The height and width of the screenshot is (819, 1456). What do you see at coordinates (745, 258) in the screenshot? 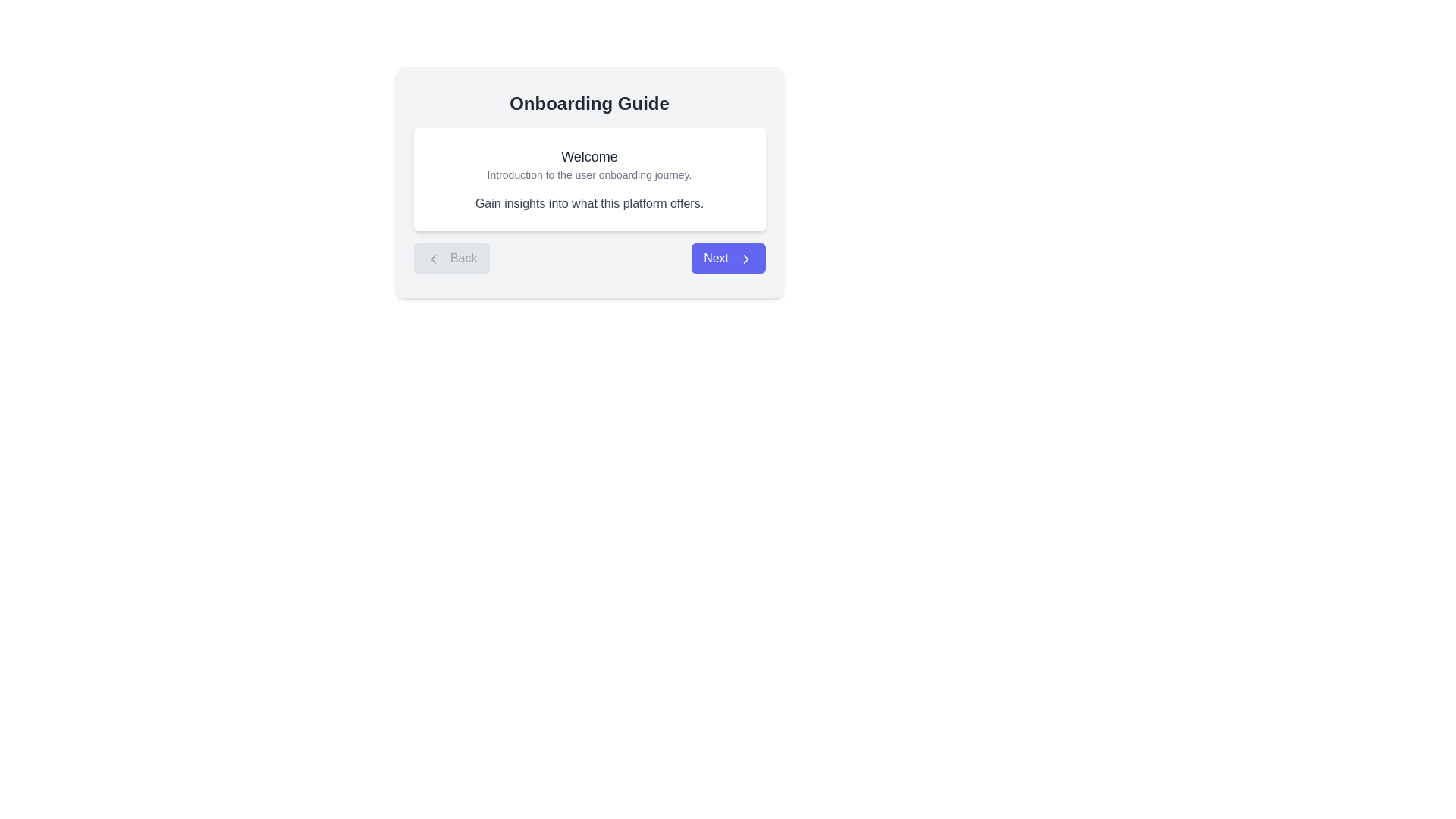
I see `the navigation direction icon located in the rightmost portion of the 'Next' button at the bottom-right section of the onboarding guide card` at bounding box center [745, 258].